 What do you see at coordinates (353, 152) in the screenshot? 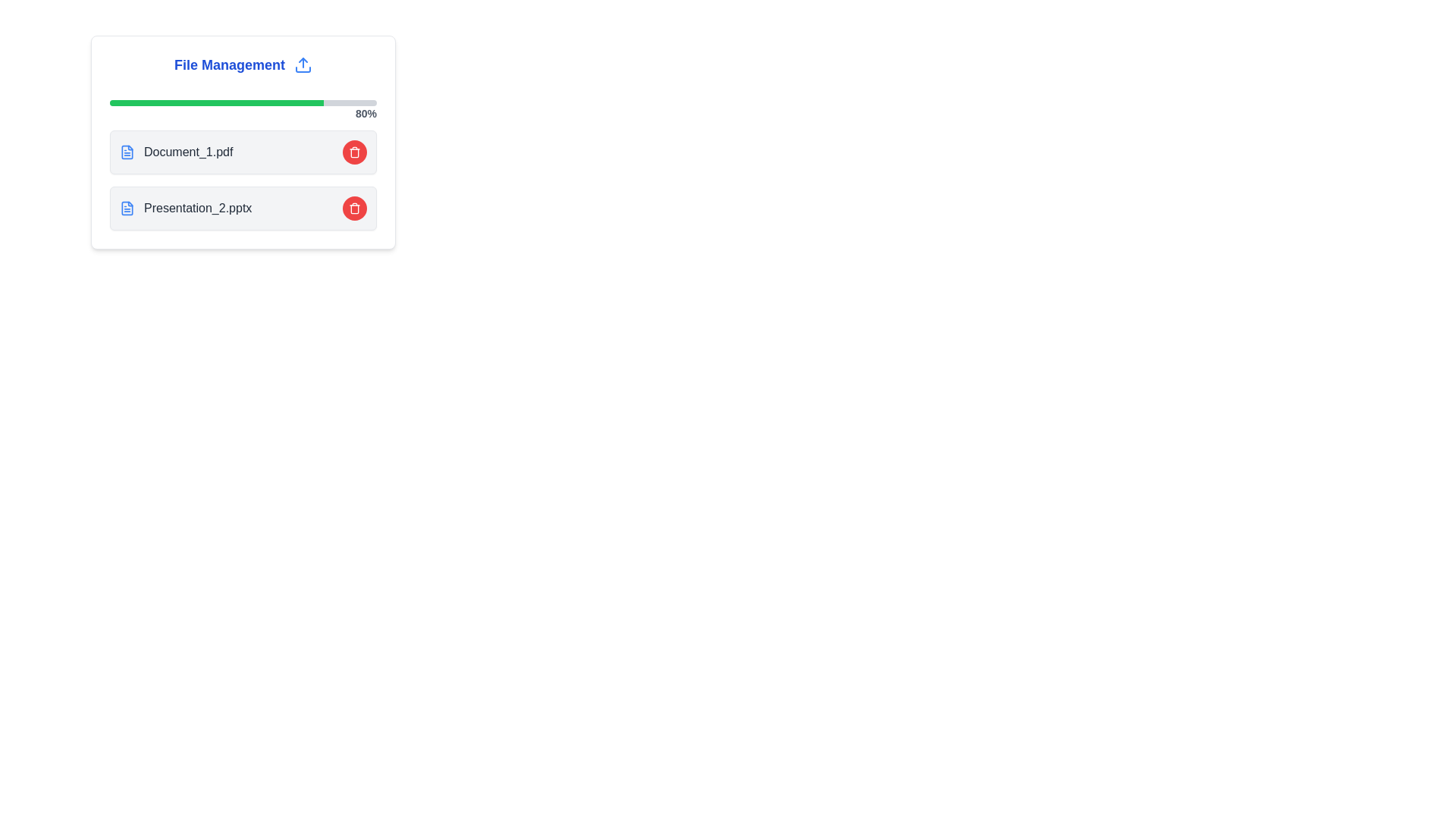
I see `the body of the trash bin icon, which is a rectangular shape with rounded edges representing a delete function, located to the right of the file listing row` at bounding box center [353, 152].